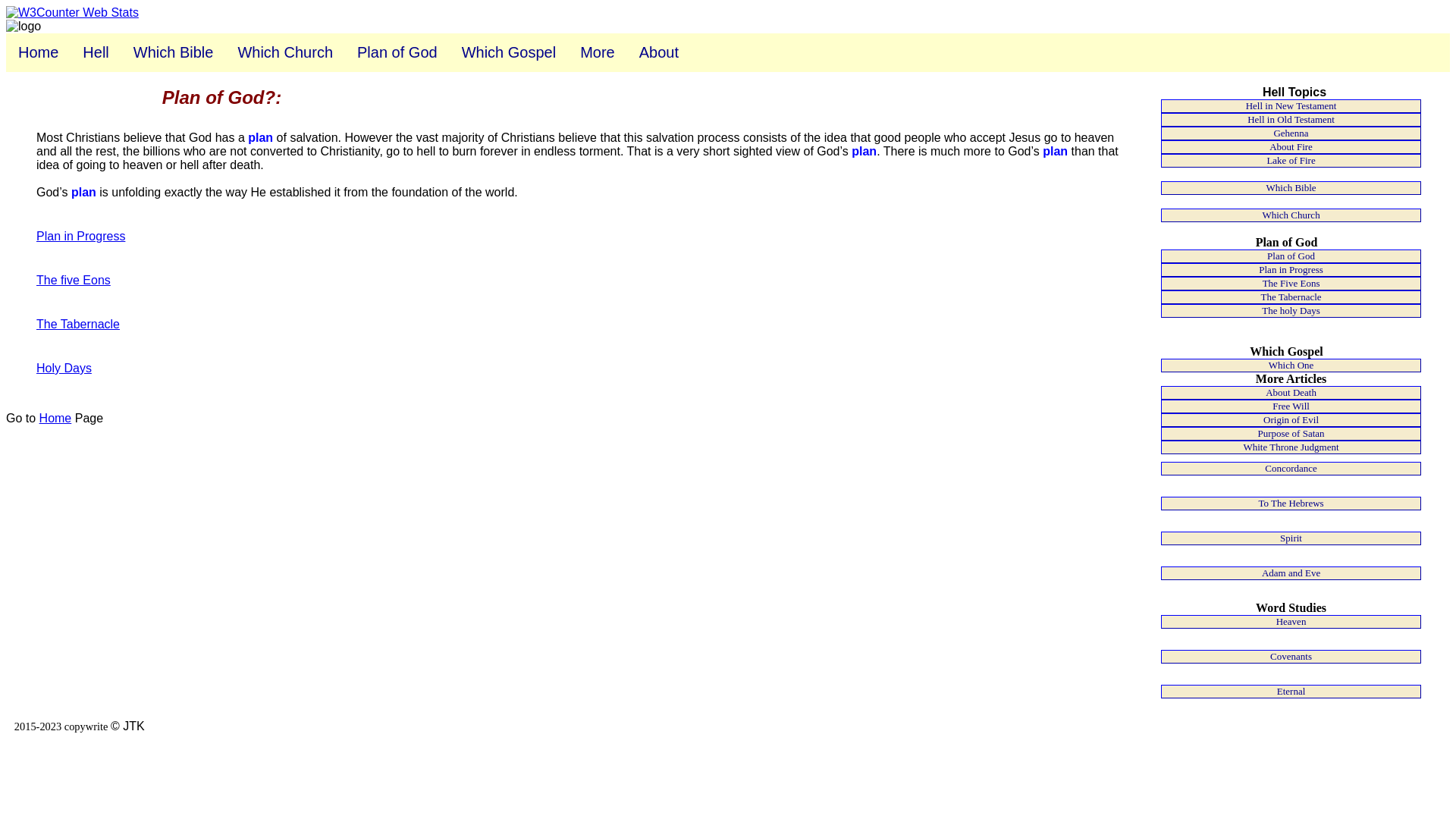  Describe the element at coordinates (284, 52) in the screenshot. I see `'Which Church'` at that location.